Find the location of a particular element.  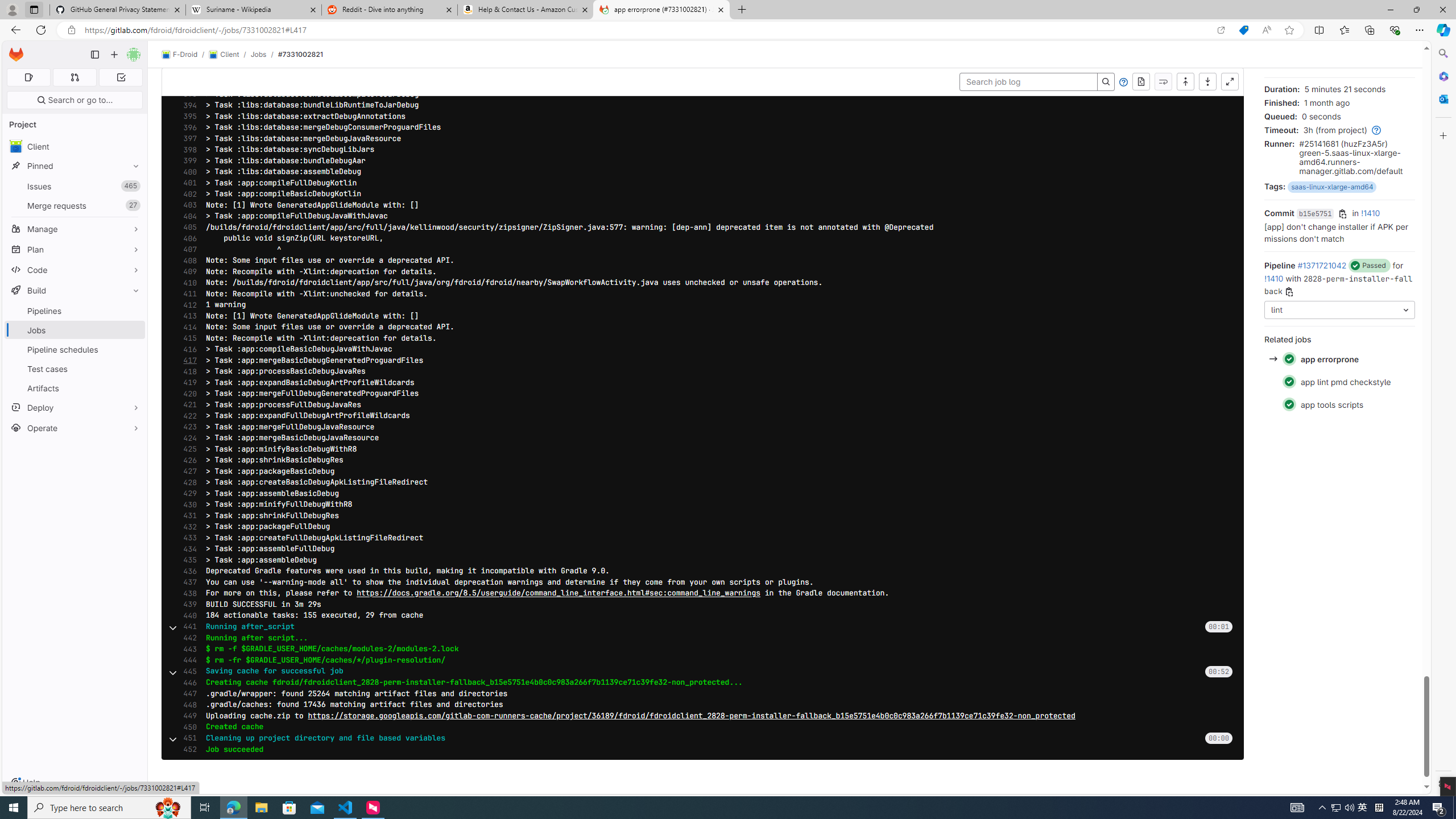

'Pin Pipelines' is located at coordinates (133, 310).